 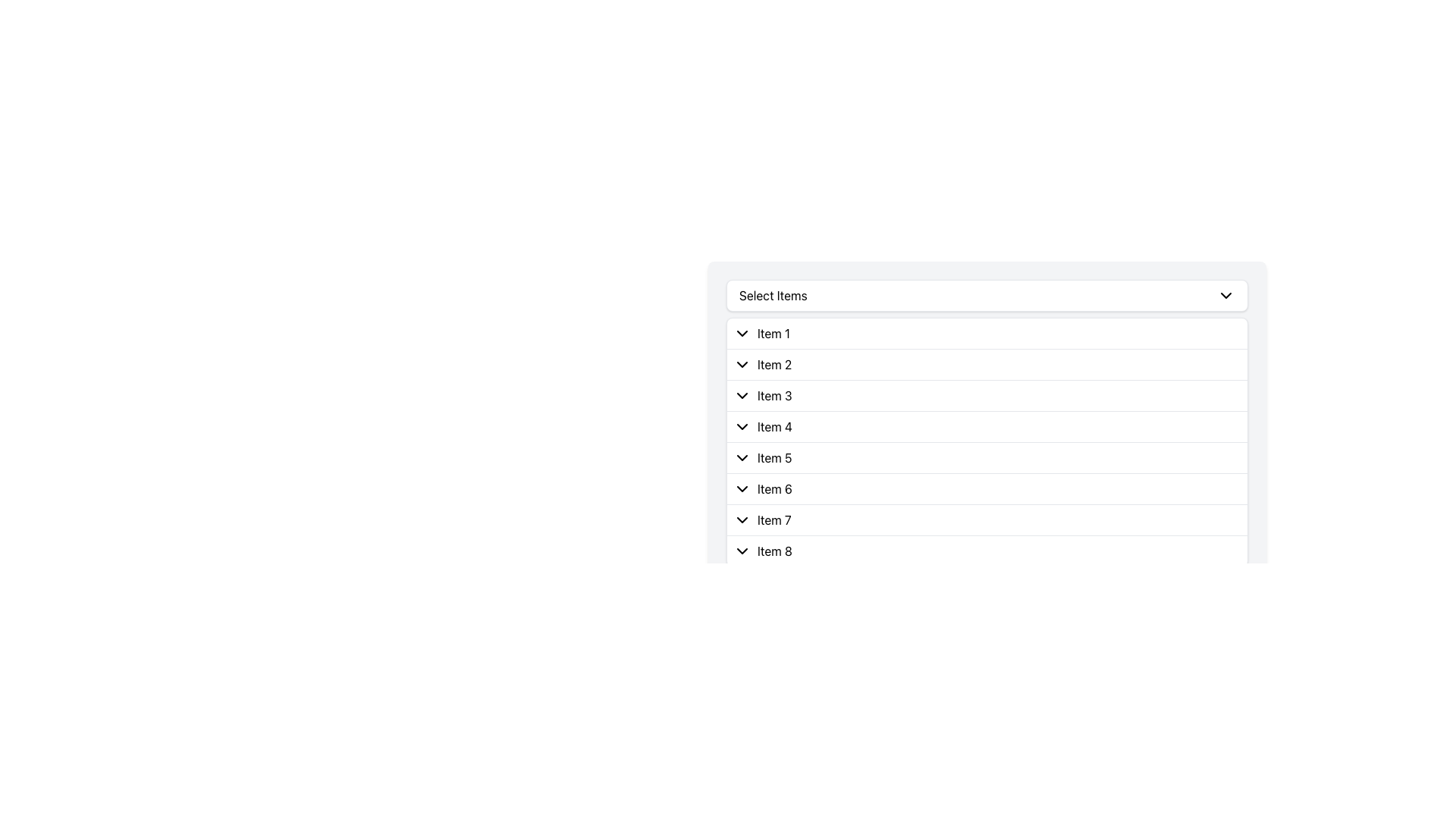 I want to click on the sixth item in a vertical list that has a collapsible chevron, located below 'Item 5' and above 'Item 7', so click(x=762, y=488).